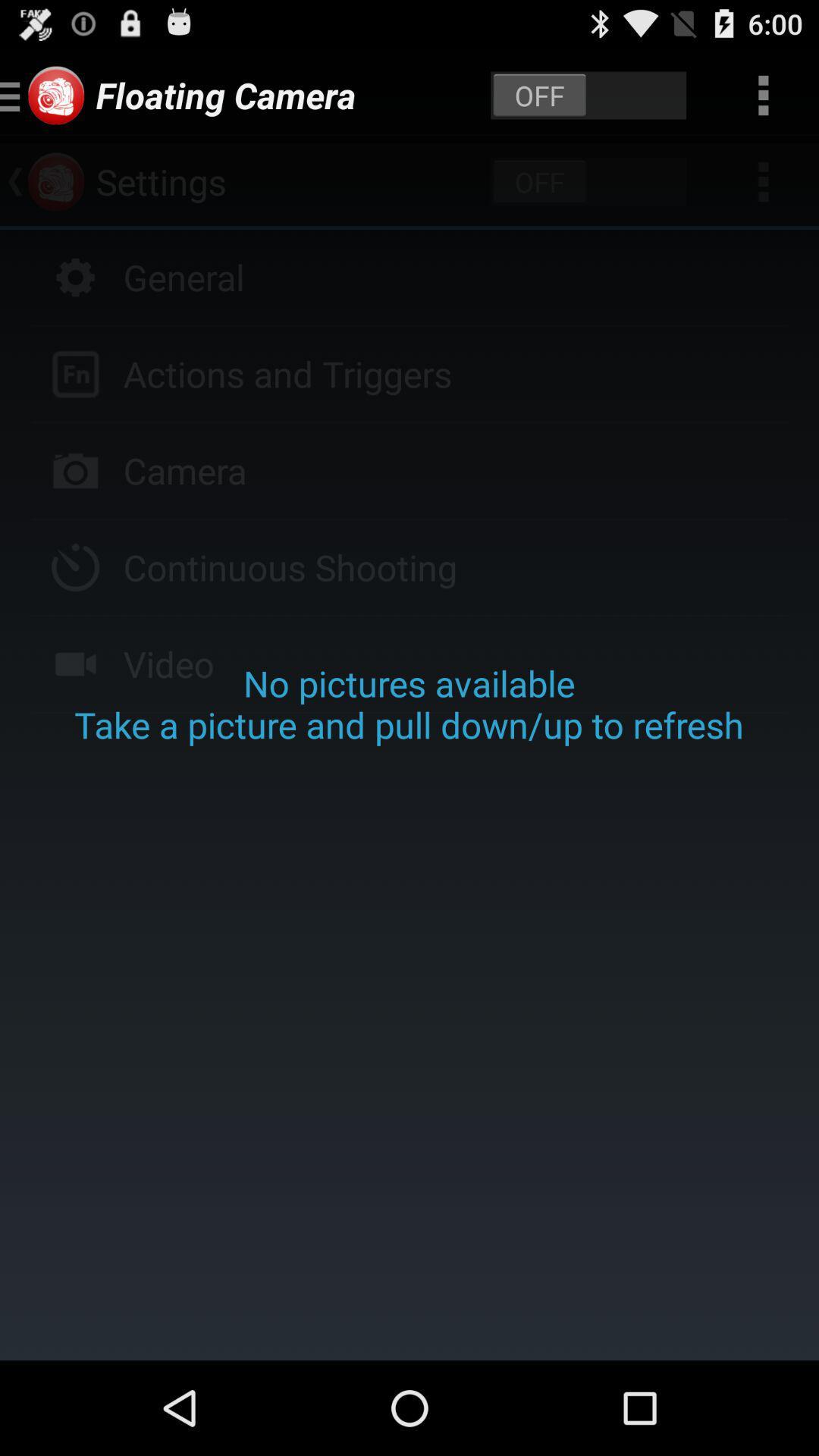 This screenshot has width=819, height=1456. Describe the element at coordinates (588, 94) in the screenshot. I see `camera on/off` at that location.